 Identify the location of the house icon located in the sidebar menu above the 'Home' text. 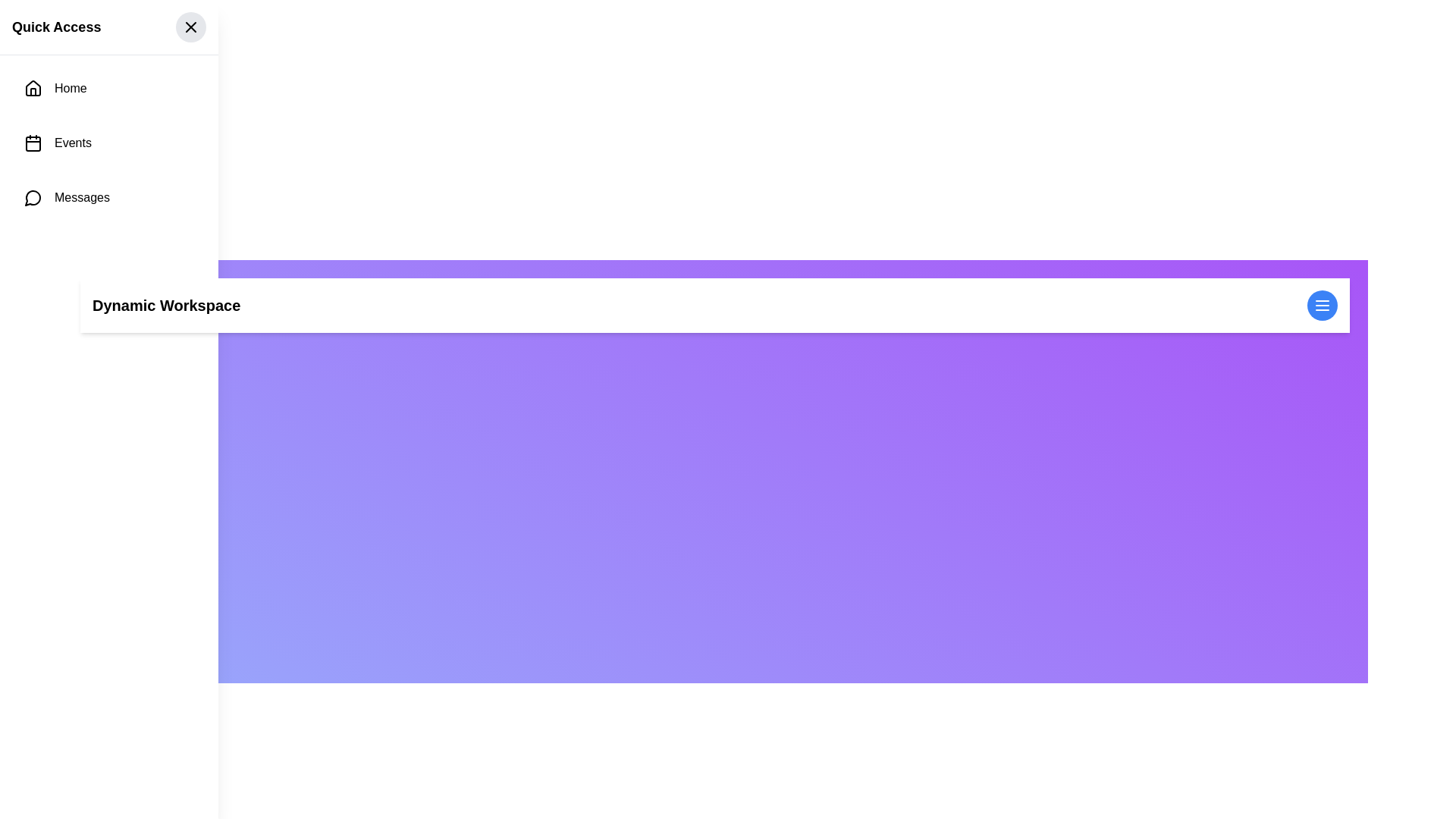
(33, 87).